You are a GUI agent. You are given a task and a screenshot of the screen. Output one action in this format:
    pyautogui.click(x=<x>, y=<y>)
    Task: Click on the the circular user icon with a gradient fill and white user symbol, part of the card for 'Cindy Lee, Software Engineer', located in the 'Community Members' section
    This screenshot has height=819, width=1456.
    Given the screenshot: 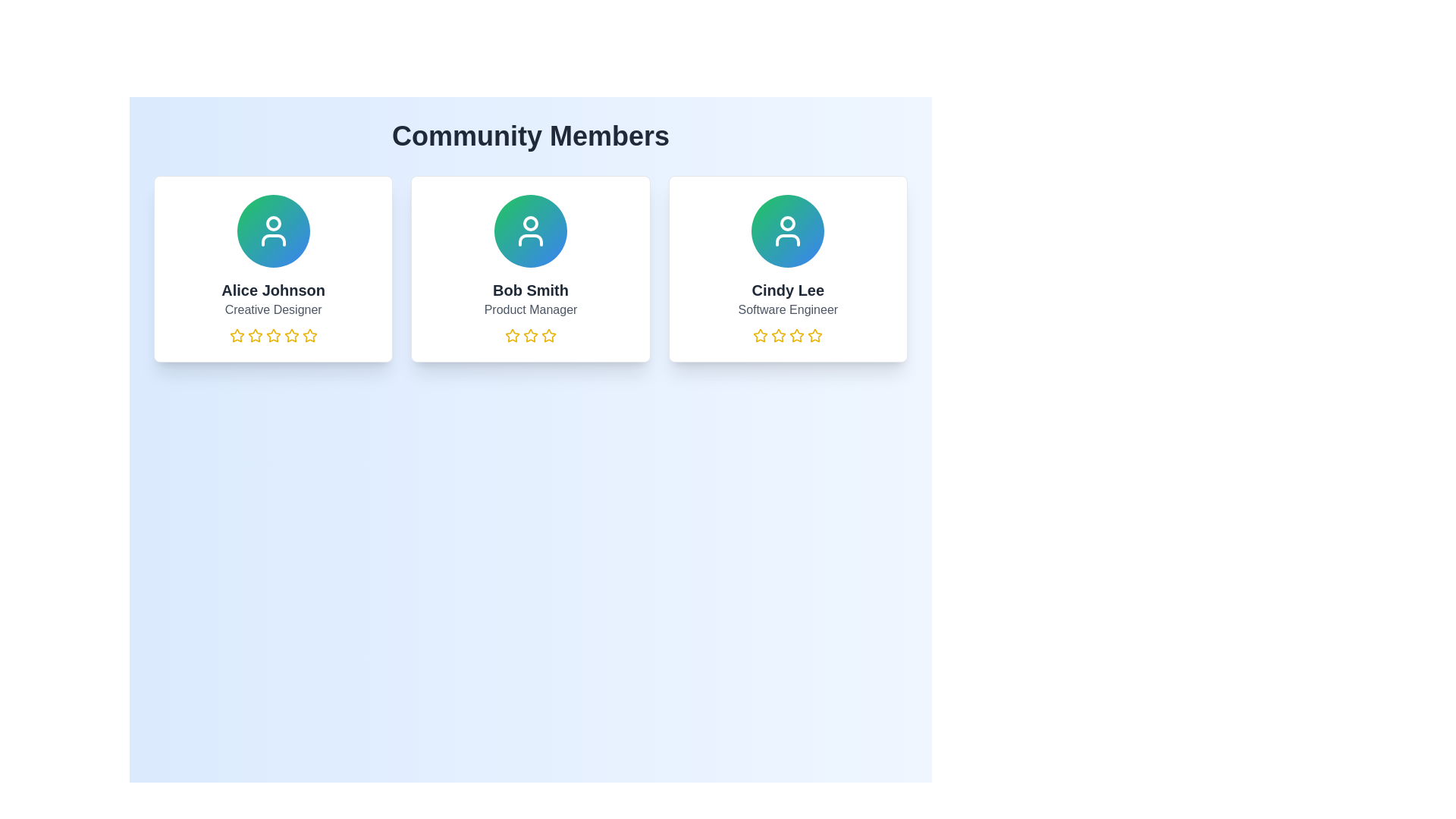 What is the action you would take?
    pyautogui.click(x=788, y=231)
    